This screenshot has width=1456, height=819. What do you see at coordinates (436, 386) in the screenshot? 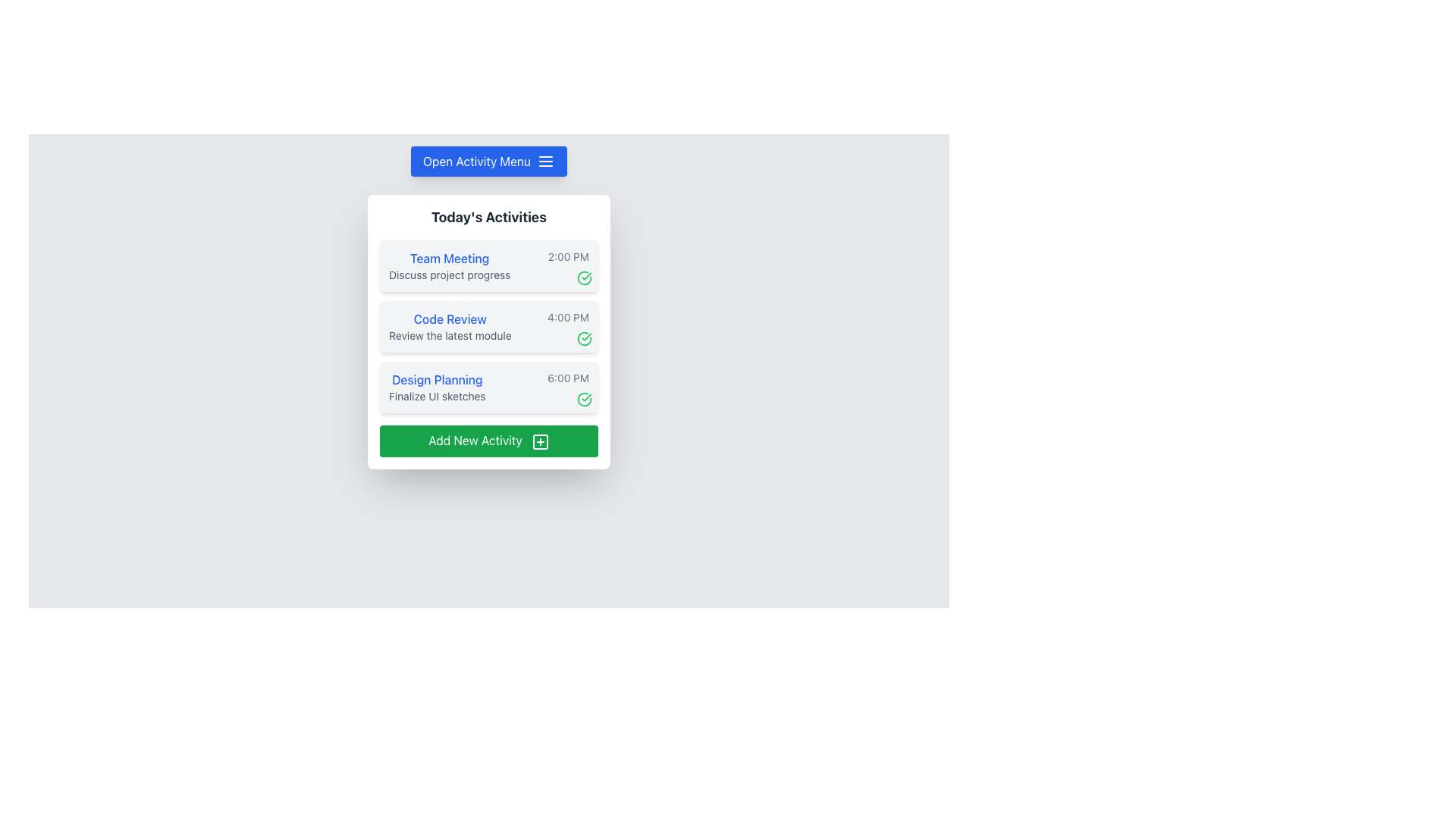
I see `the Display text (multi-line) element that represents a planned activity, located between 'Code Review' and 'Add New Activity' in the 'Today's Activities' section` at bounding box center [436, 386].